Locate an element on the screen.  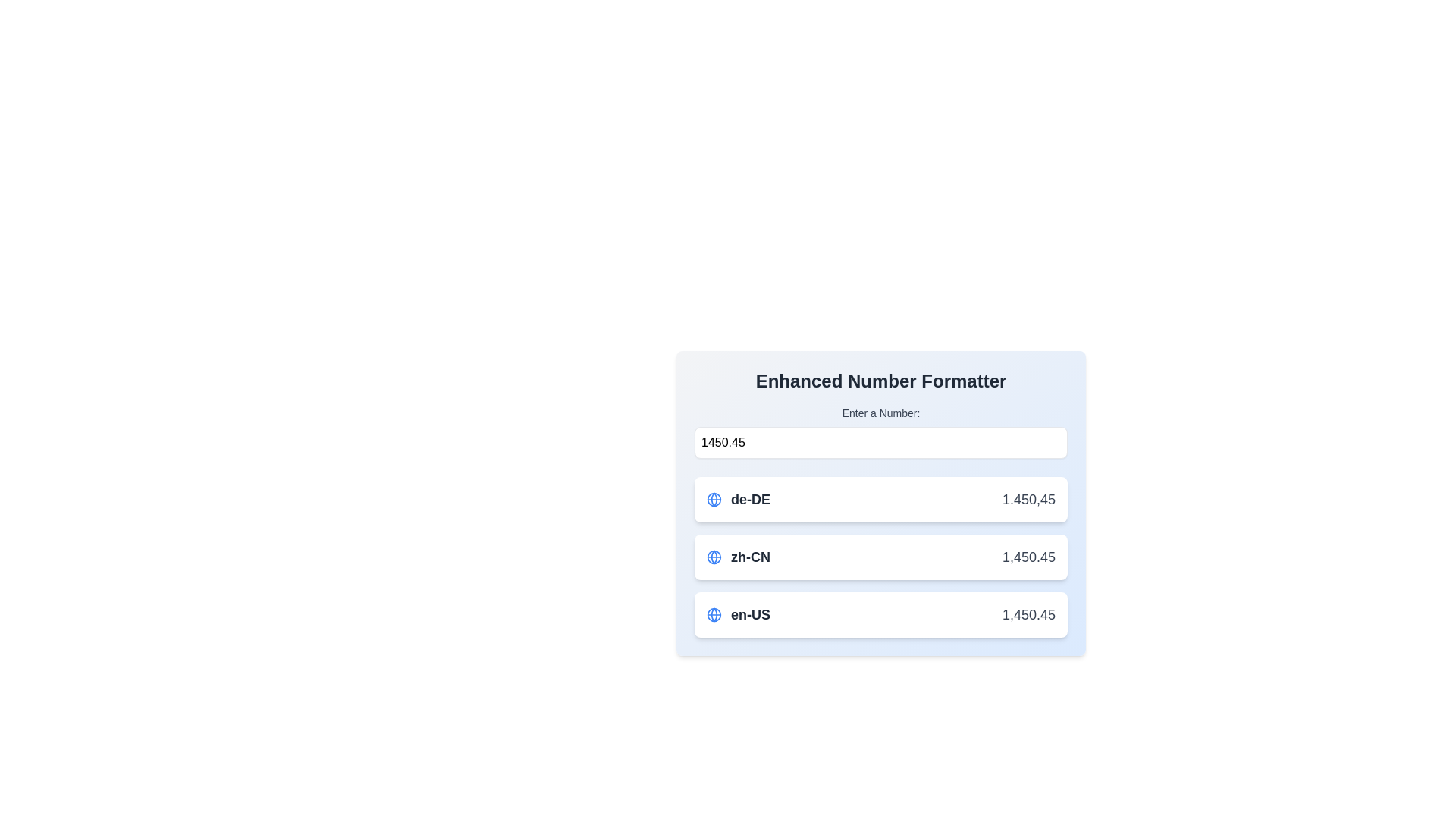
the Information display row that presents a formatted number according to the 'de-DE' locale, located below the input field and above the elements labeled 'zh-CN' and 'en-US' is located at coordinates (880, 500).